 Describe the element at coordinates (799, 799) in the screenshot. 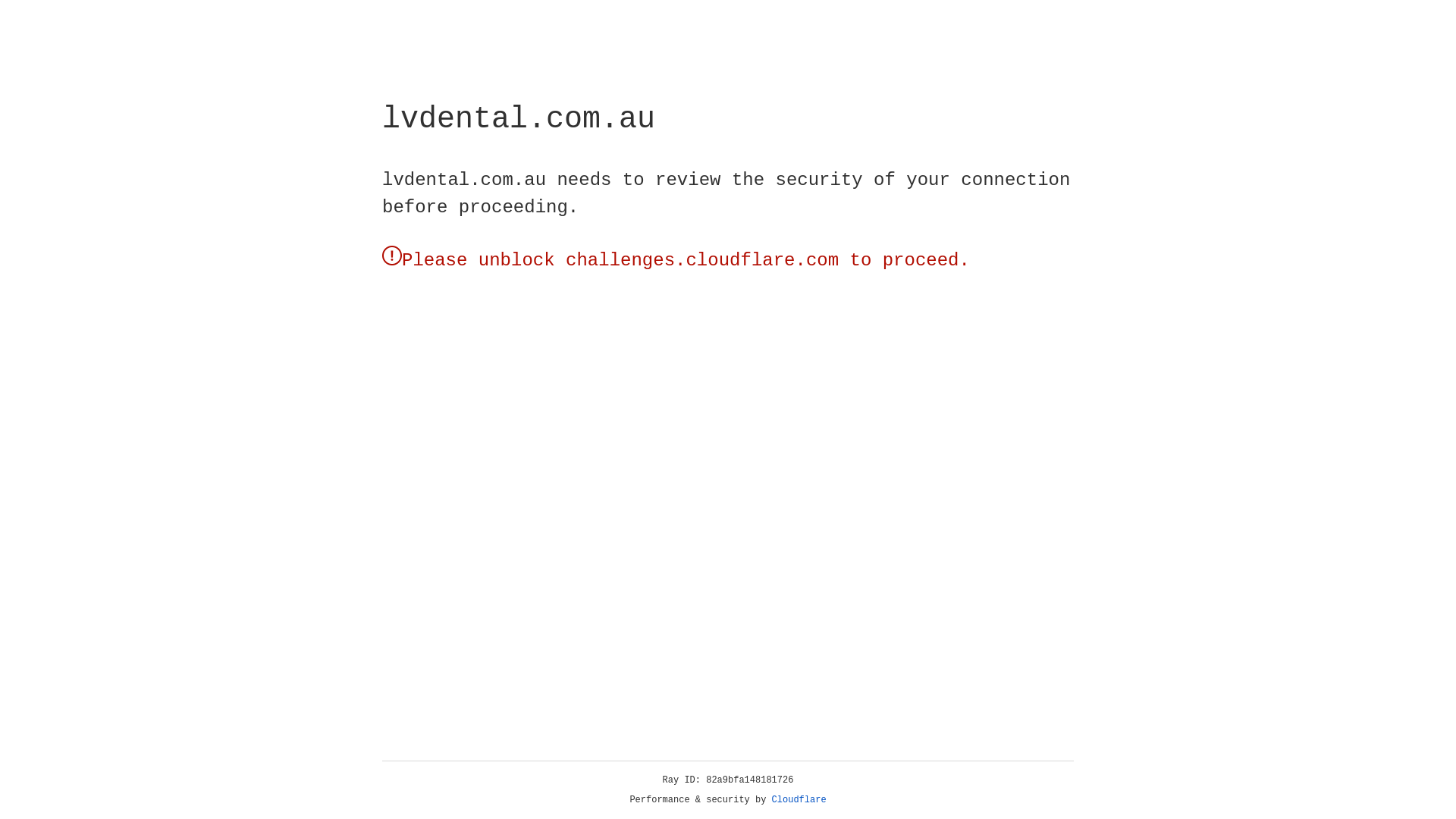

I see `'Cloudflare'` at that location.